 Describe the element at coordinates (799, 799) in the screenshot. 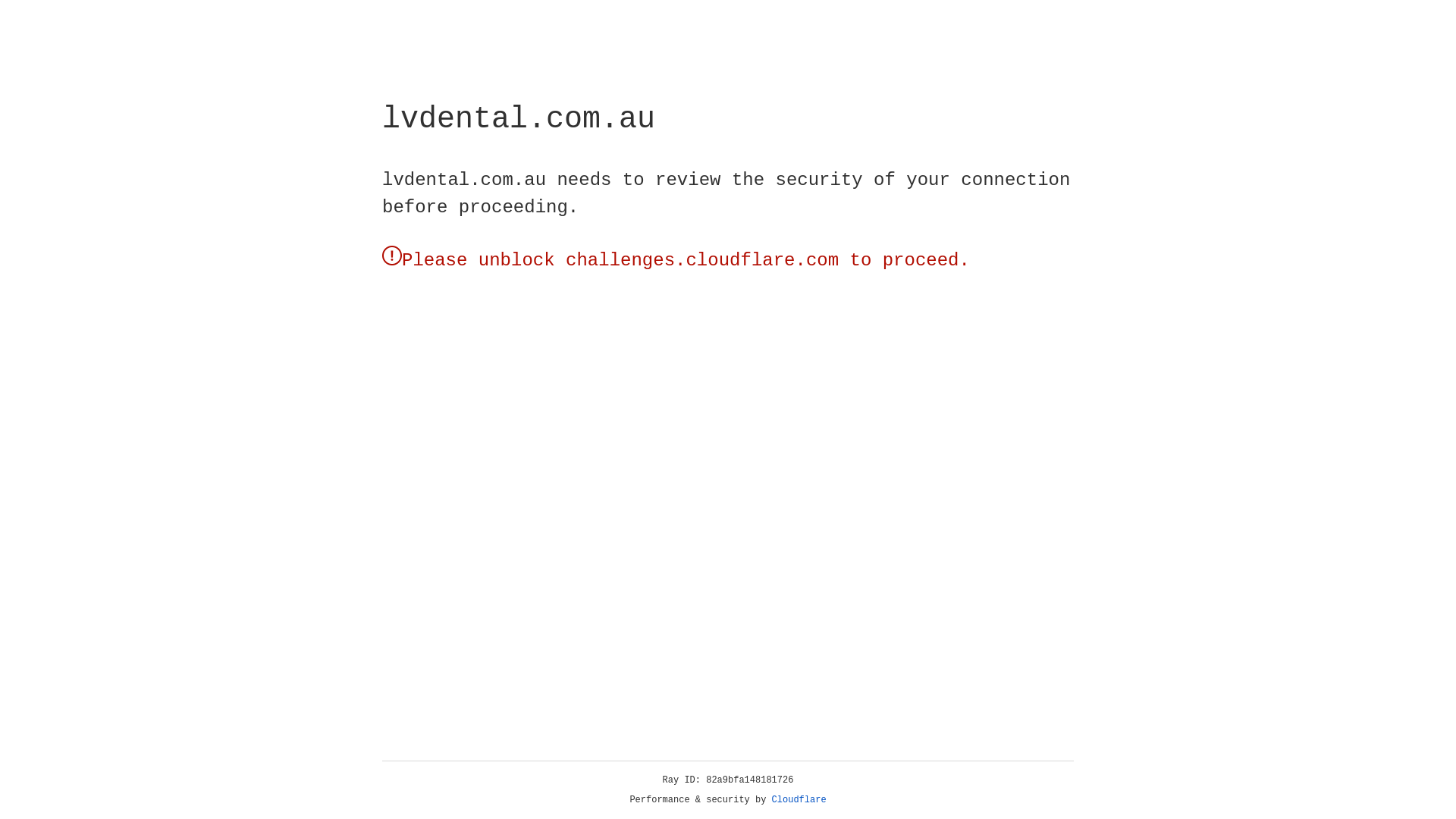

I see `'Cloudflare'` at that location.